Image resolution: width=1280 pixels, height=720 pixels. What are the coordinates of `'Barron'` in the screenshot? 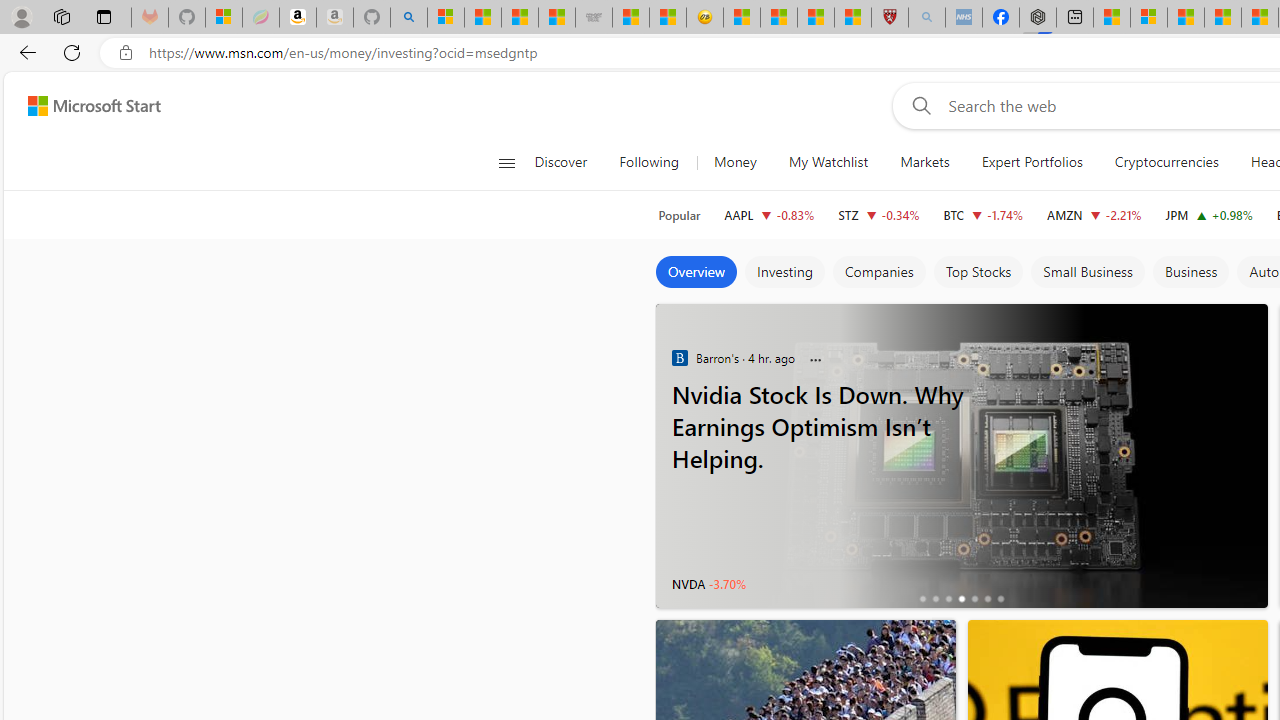 It's located at (679, 356).